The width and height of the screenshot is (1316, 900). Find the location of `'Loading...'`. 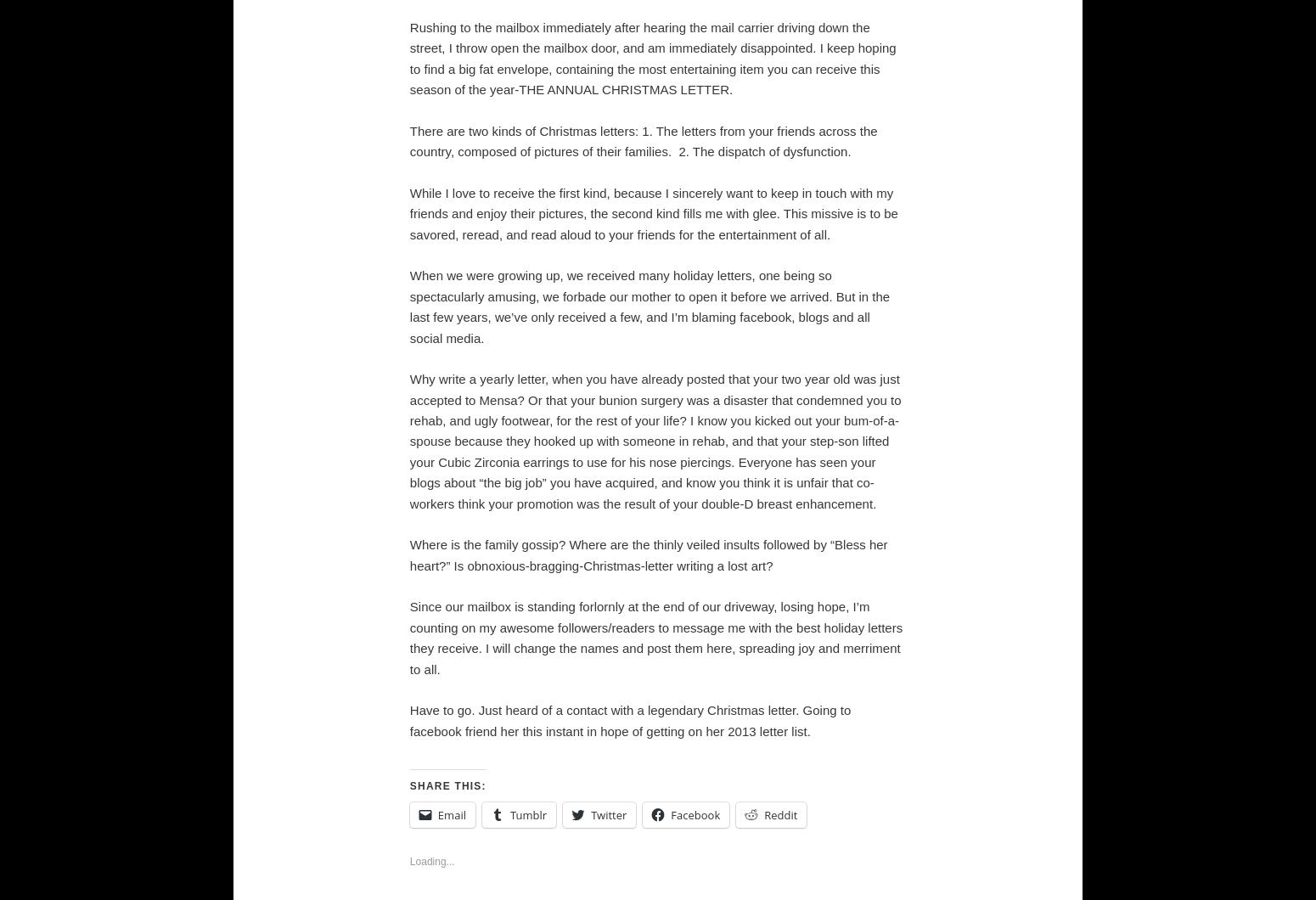

'Loading...' is located at coordinates (430, 860).